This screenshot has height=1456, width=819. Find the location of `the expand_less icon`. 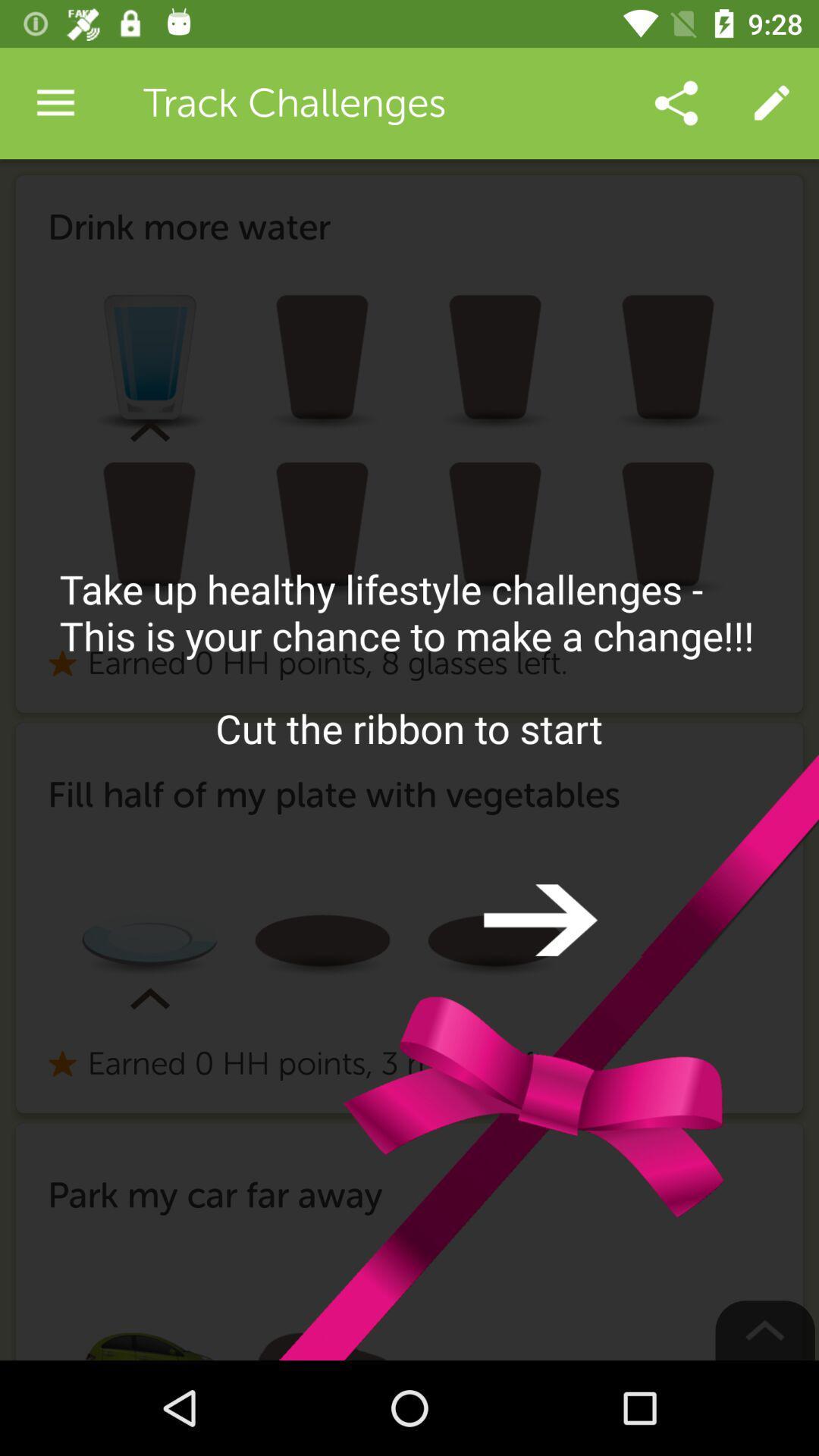

the expand_less icon is located at coordinates (765, 1329).